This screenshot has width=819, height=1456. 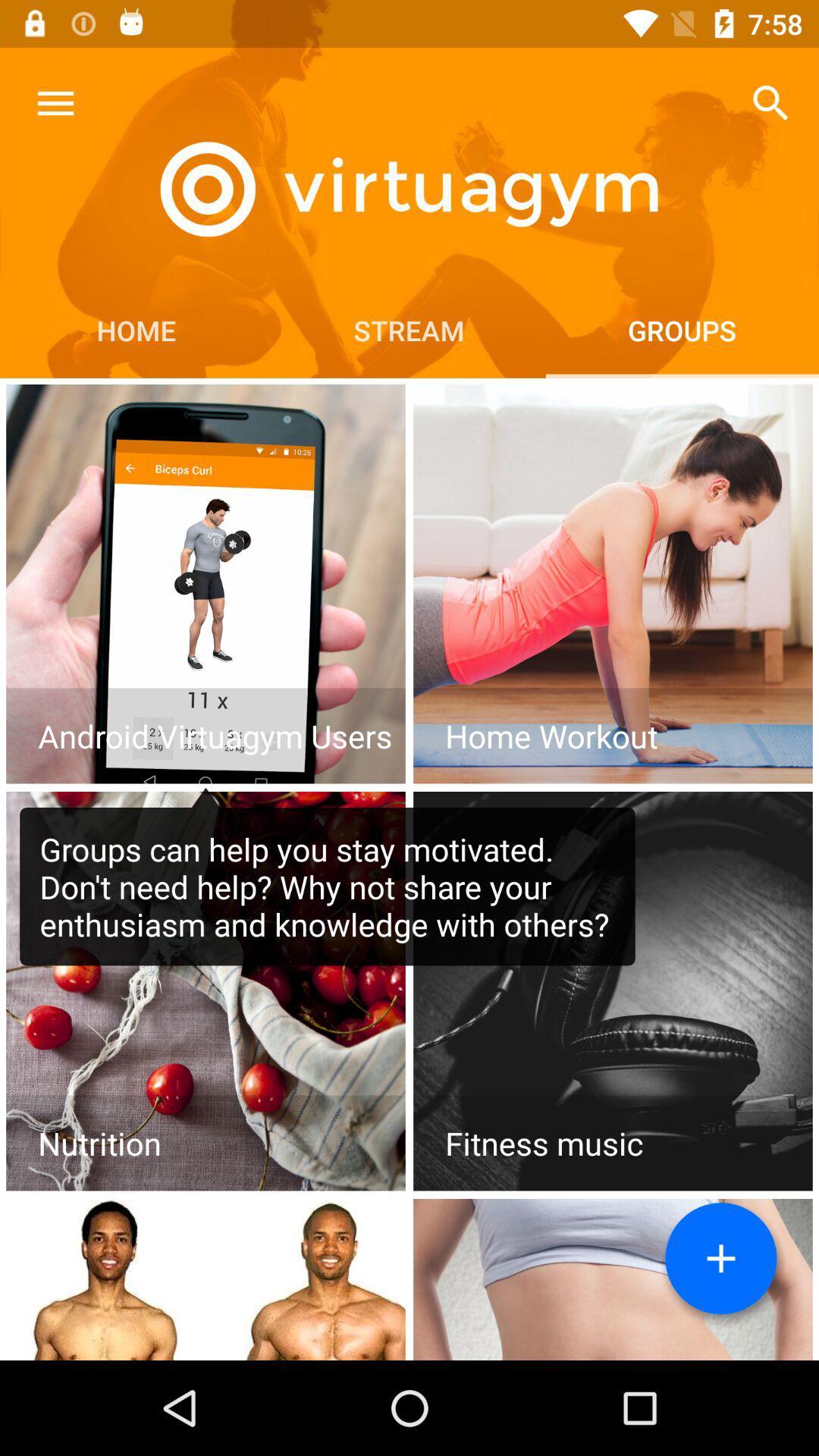 I want to click on new group, so click(x=720, y=1258).